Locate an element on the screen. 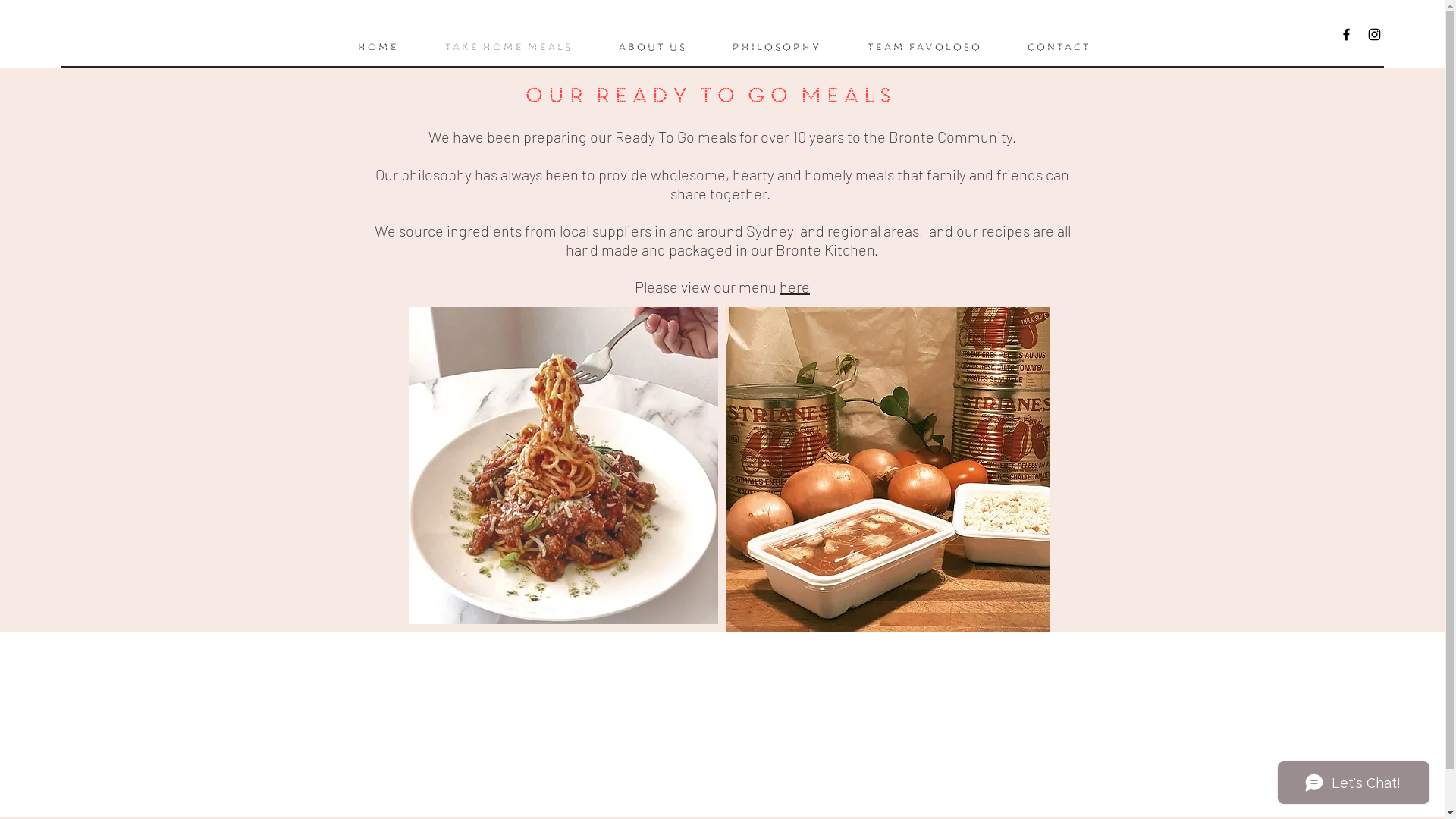  'TAKE HOME MEALS' is located at coordinates (507, 46).